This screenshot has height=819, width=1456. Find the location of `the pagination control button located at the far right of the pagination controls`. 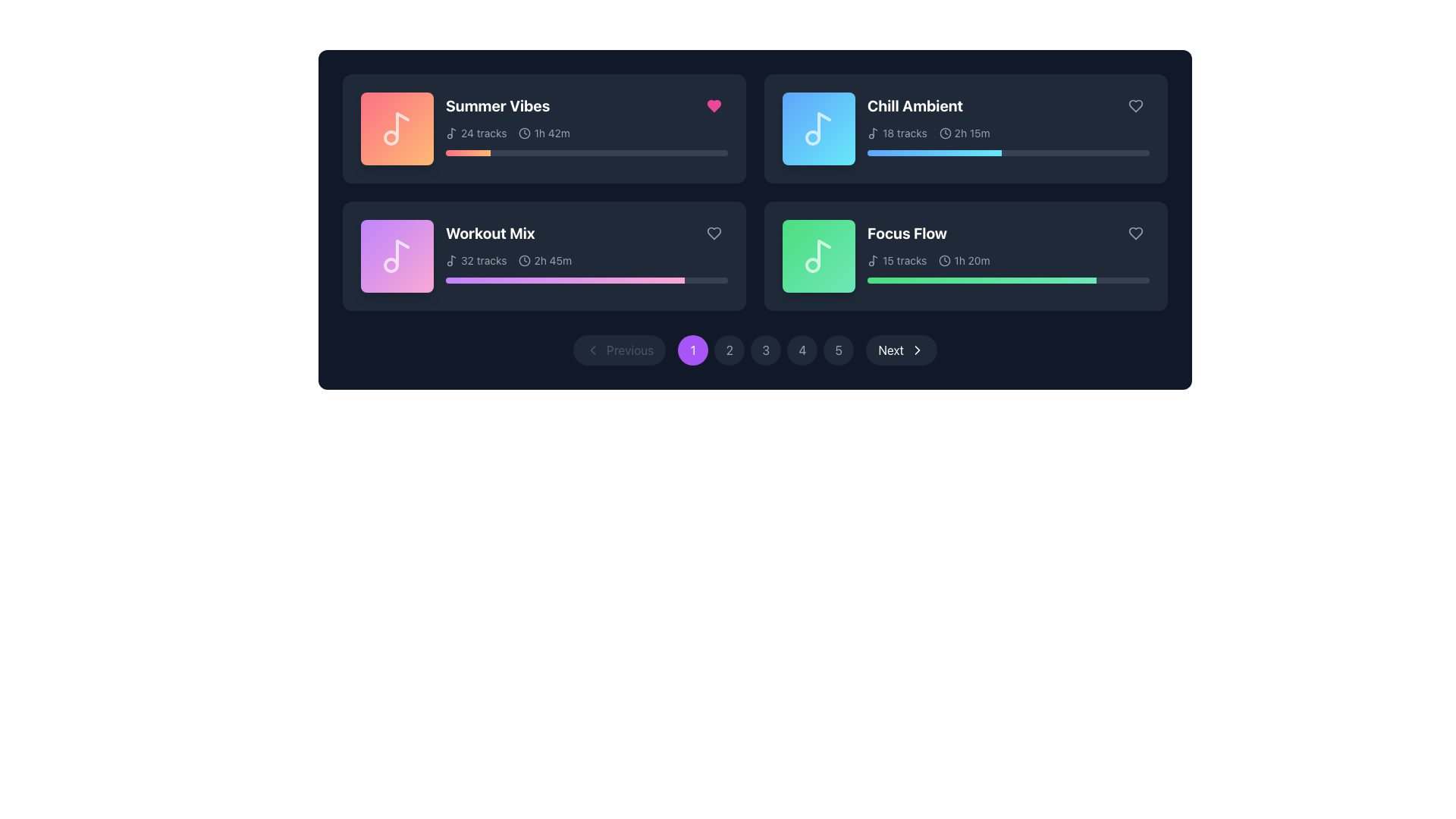

the pagination control button located at the far right of the pagination controls is located at coordinates (902, 350).